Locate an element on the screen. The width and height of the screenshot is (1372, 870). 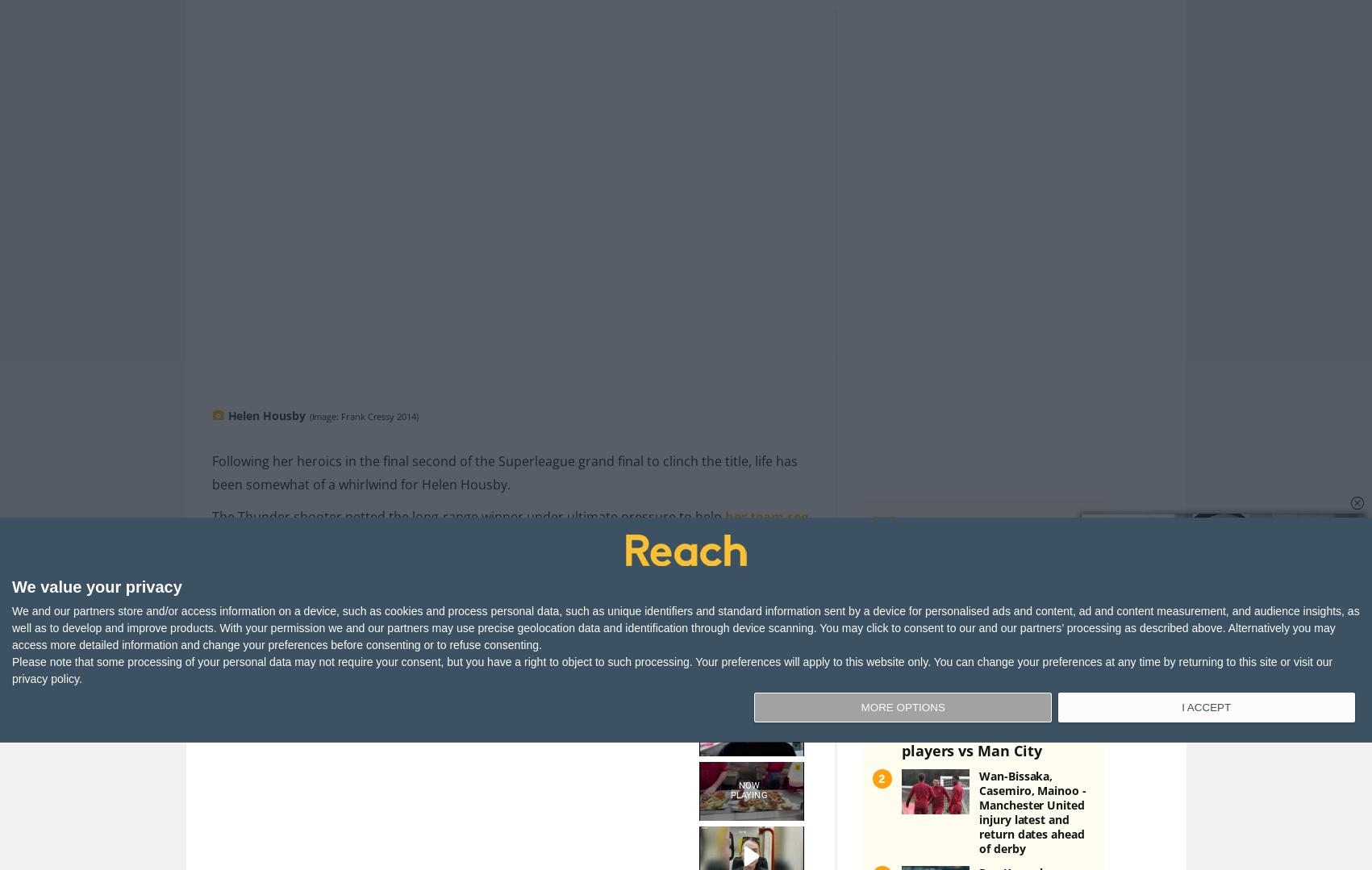
'Or by navigating to the user icon in the top right.' is located at coordinates (563, 682).